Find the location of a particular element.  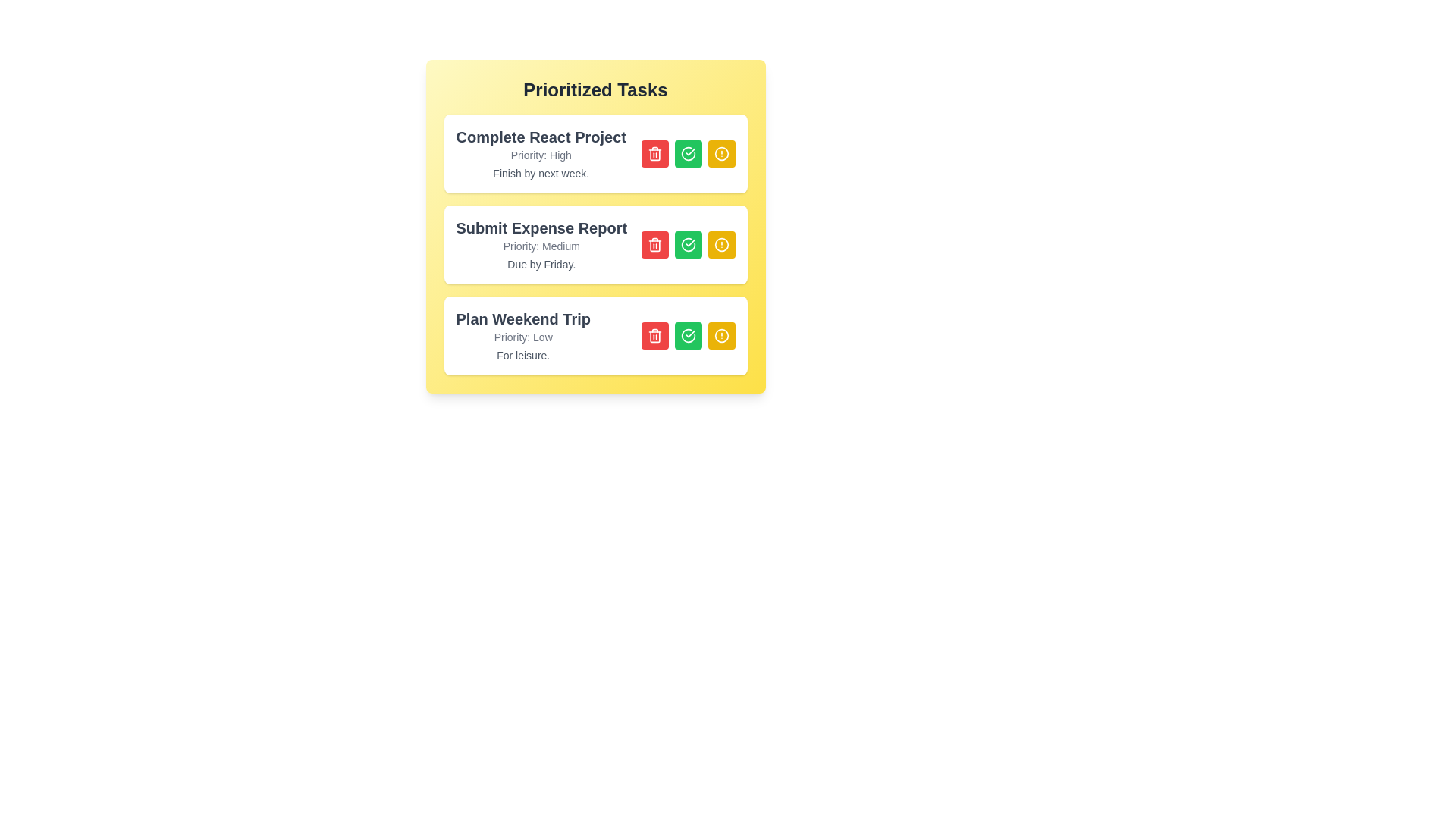

alert button for the task titled 'Complete React Project' is located at coordinates (720, 154).